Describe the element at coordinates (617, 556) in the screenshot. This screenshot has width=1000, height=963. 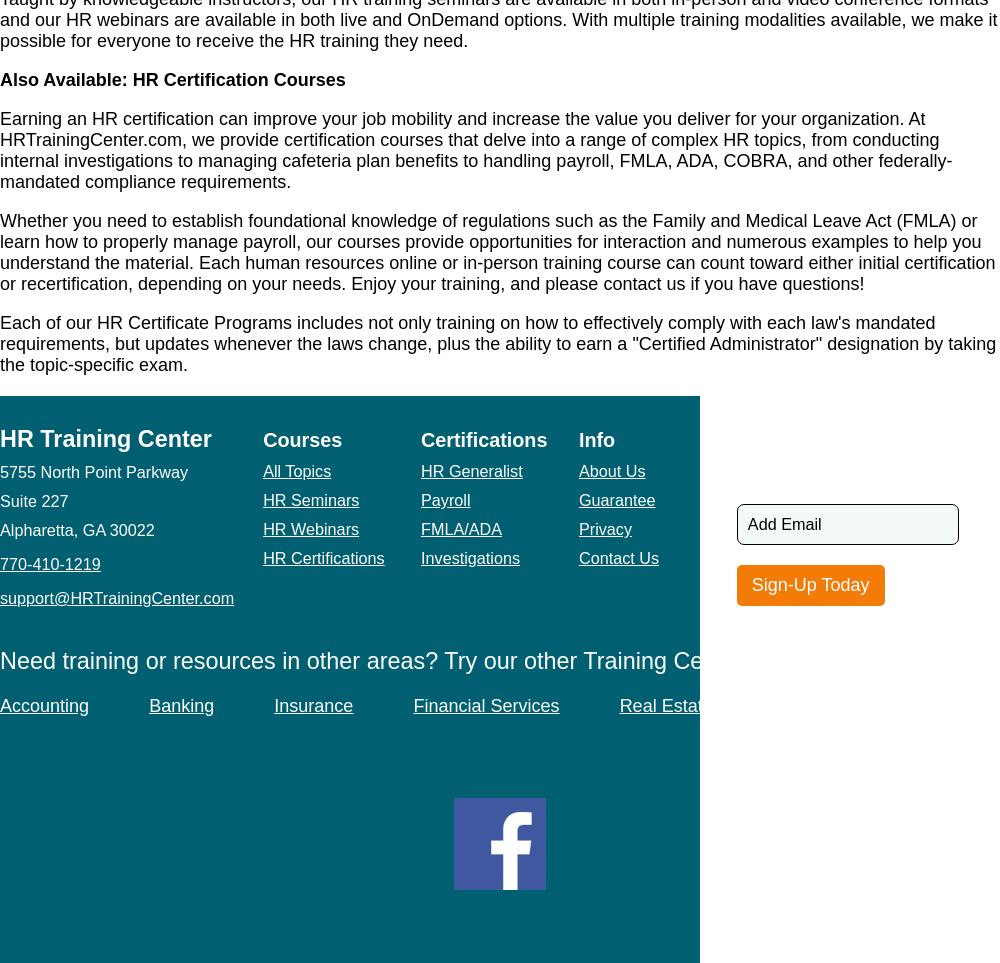
I see `'Contact Us'` at that location.